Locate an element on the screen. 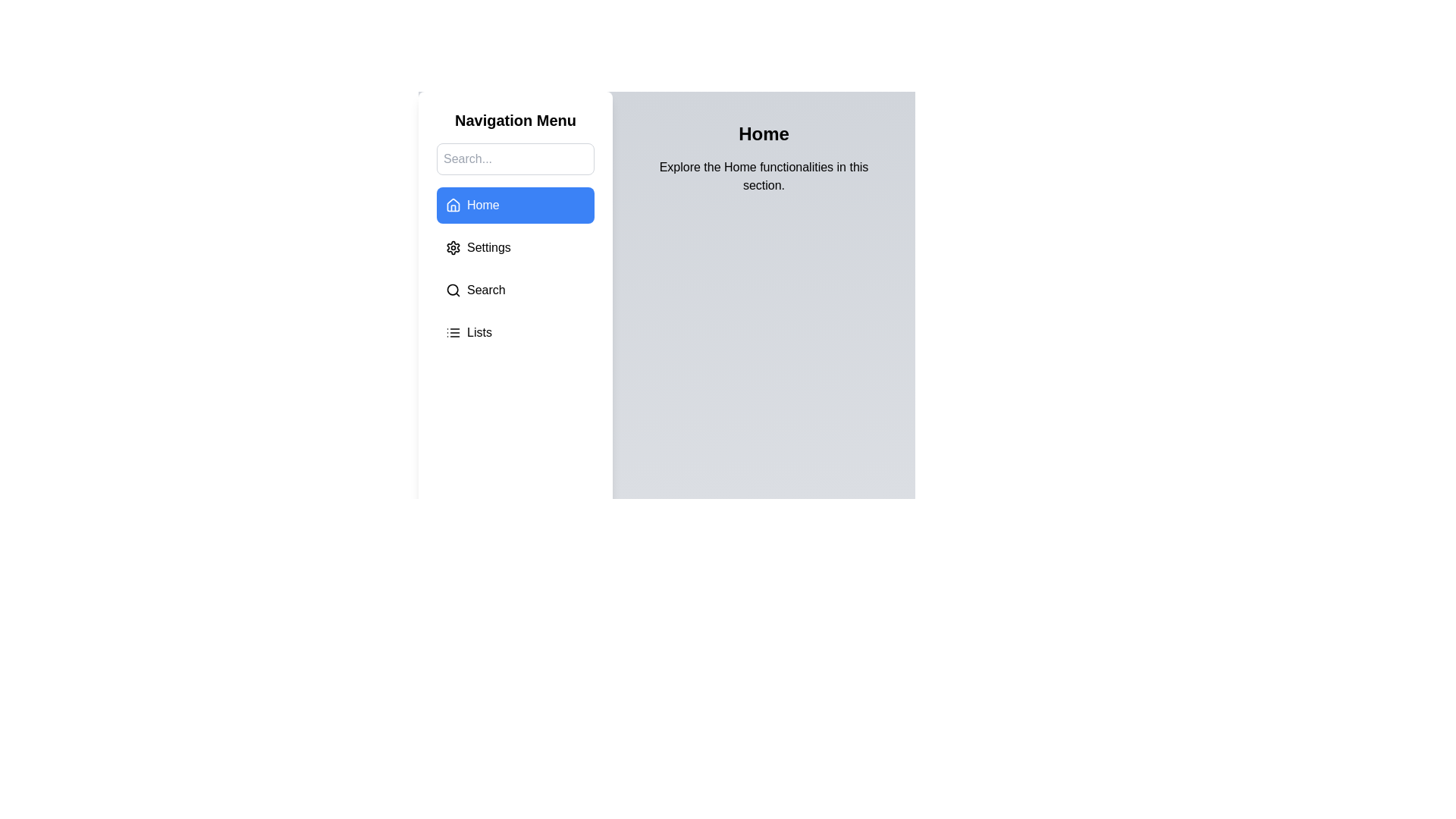 This screenshot has width=1456, height=819. the Search section from the menu is located at coordinates (516, 290).